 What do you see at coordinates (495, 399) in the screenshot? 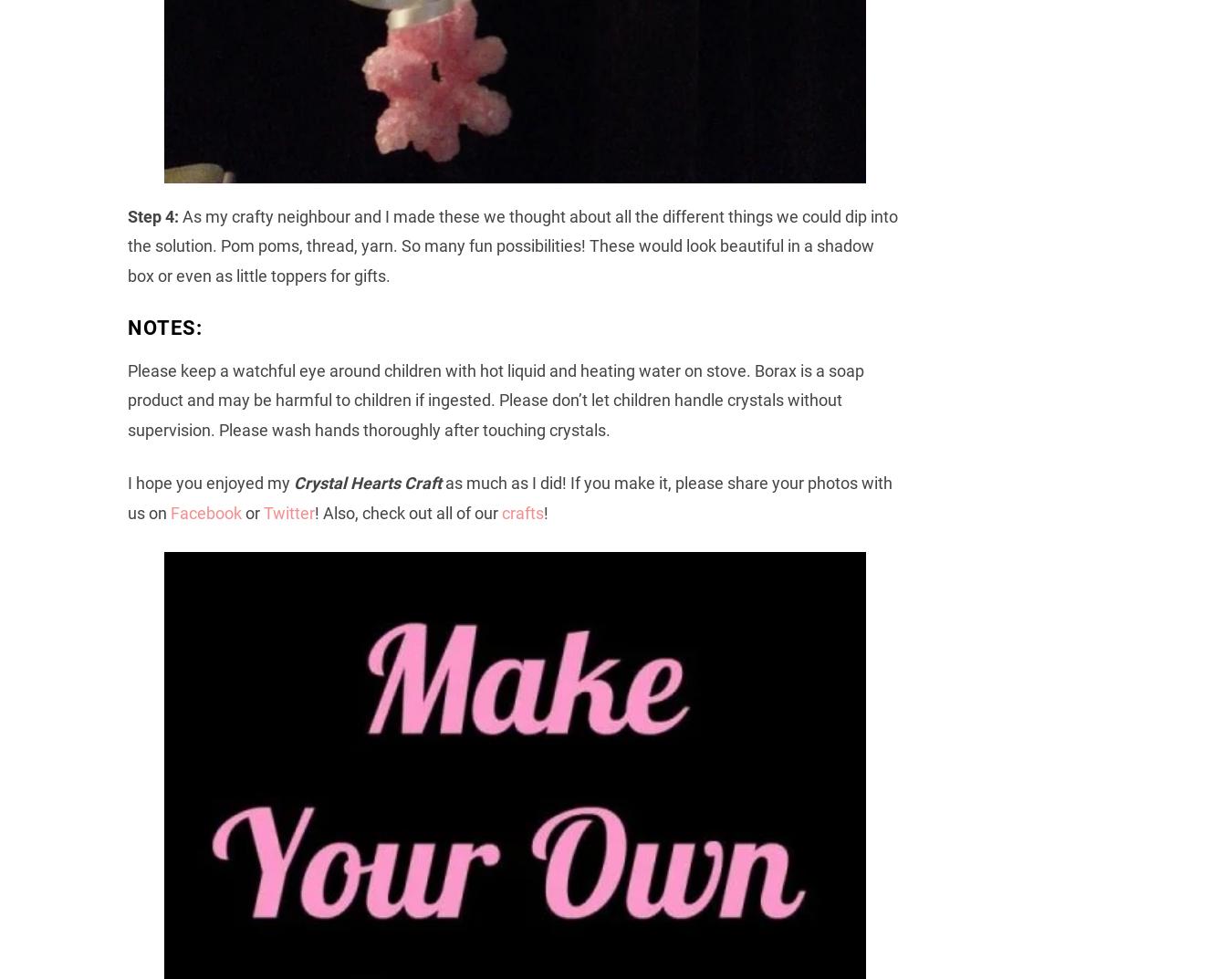
I see `'Please keep a watchful eye around children with hot liquid and heating water on stove. Borax is a soap product and may be harmful to children if ingested. Please don’t let children handle crystals without supervision. Please wash hands thoroughly after touching crystals.'` at bounding box center [495, 399].